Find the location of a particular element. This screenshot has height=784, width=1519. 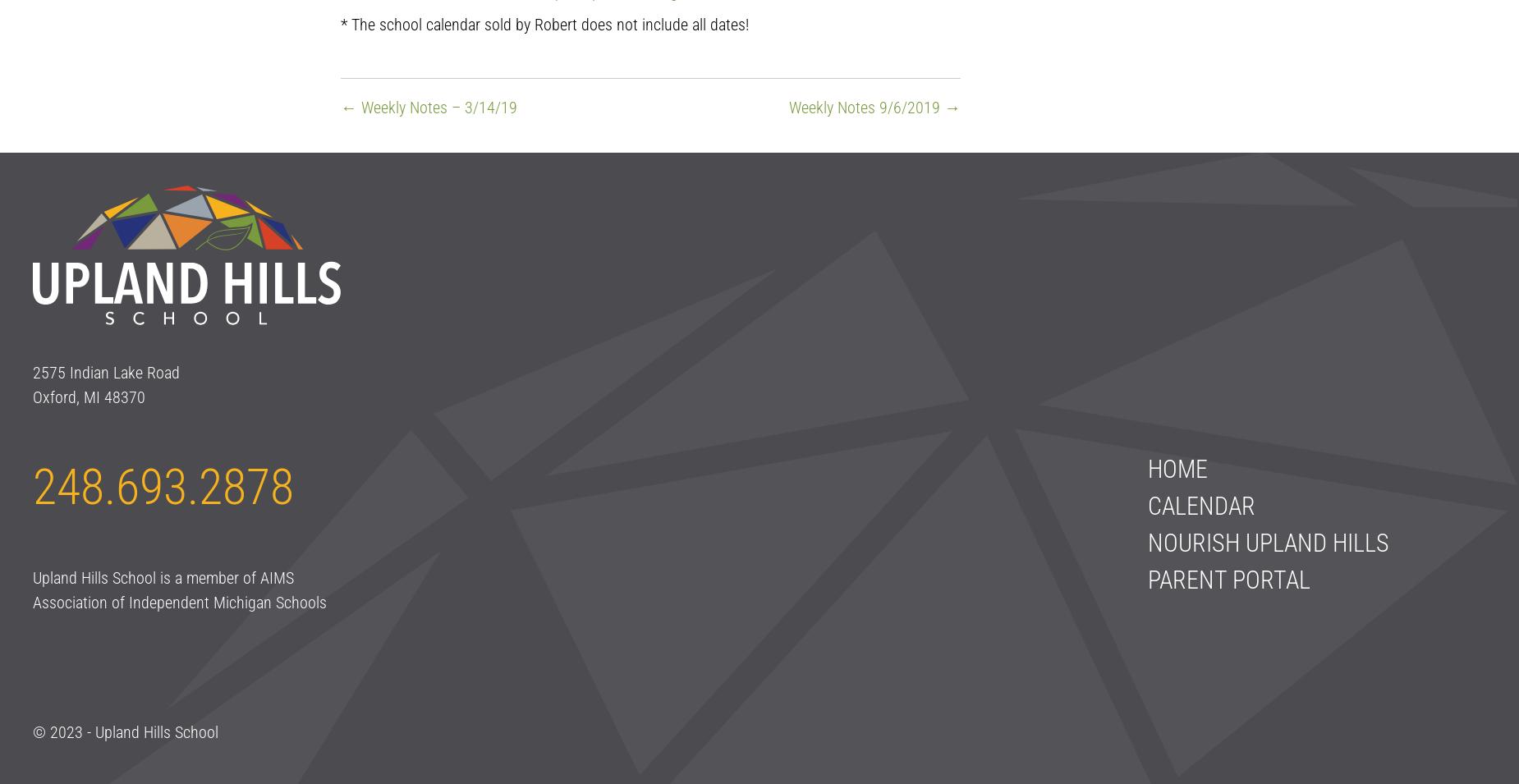

'CALENDAR' is located at coordinates (1146, 506).